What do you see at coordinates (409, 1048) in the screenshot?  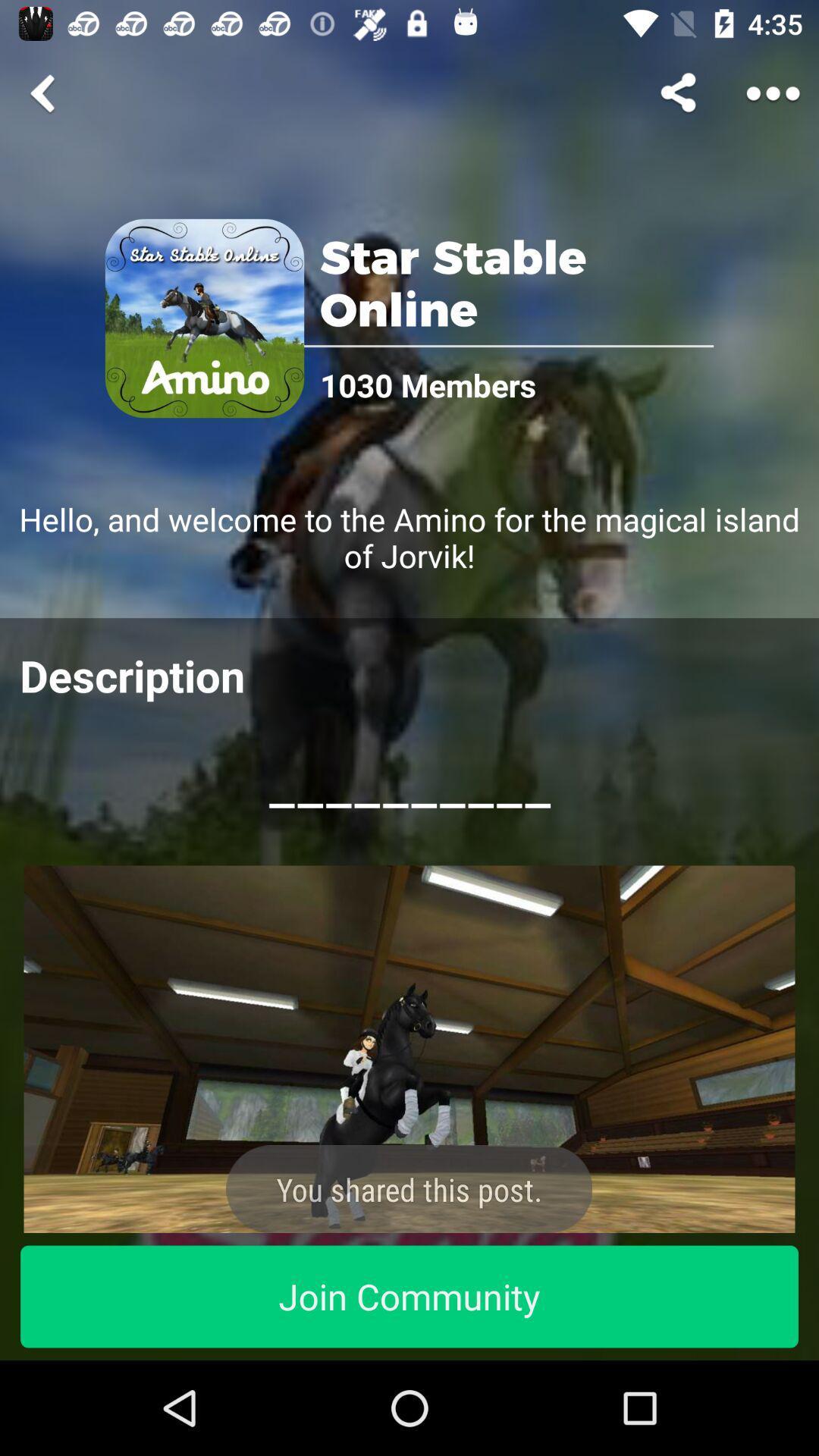 I see `share the post` at bounding box center [409, 1048].